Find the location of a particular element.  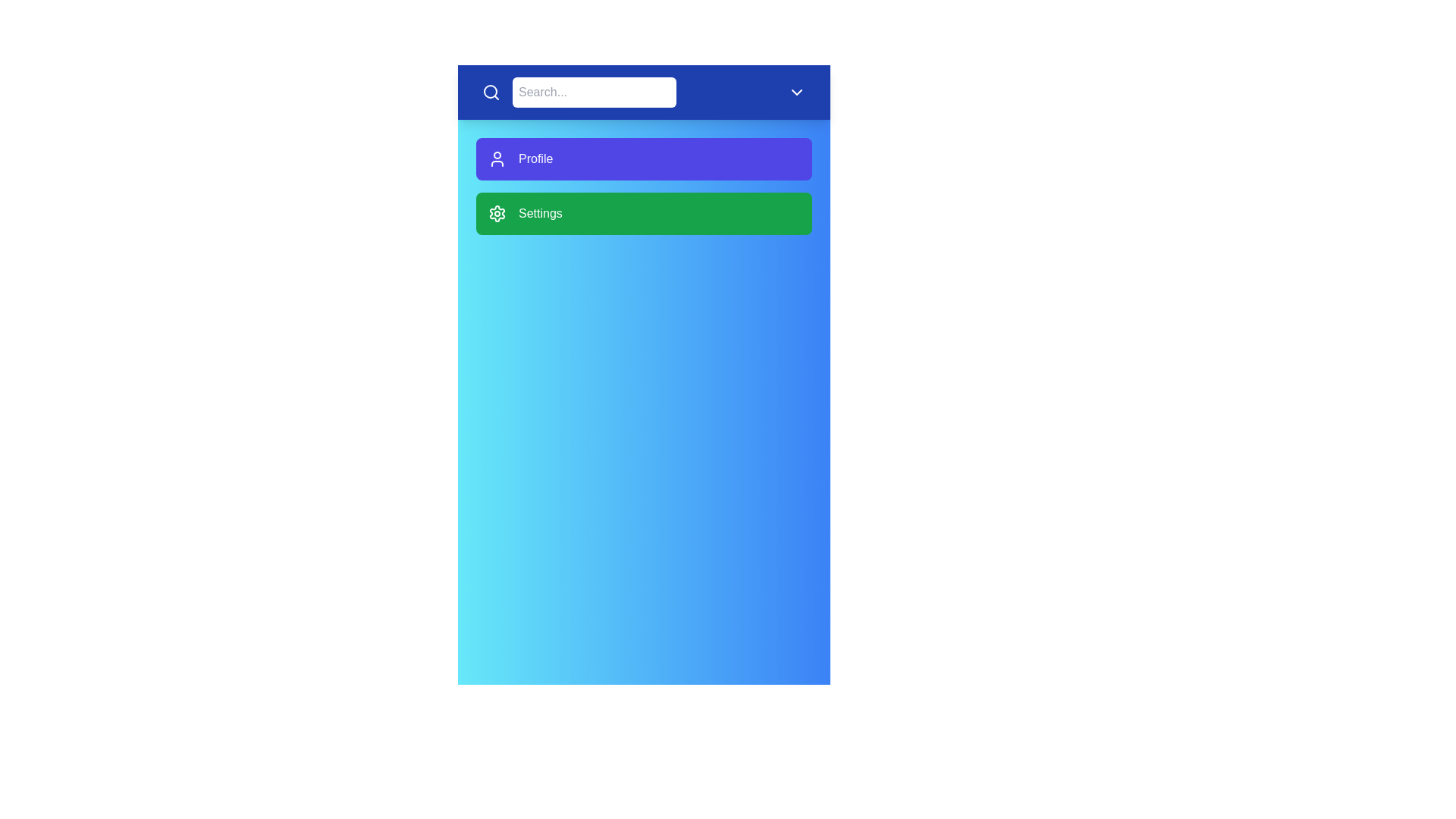

the header to toggle the menu's visibility is located at coordinates (644, 93).